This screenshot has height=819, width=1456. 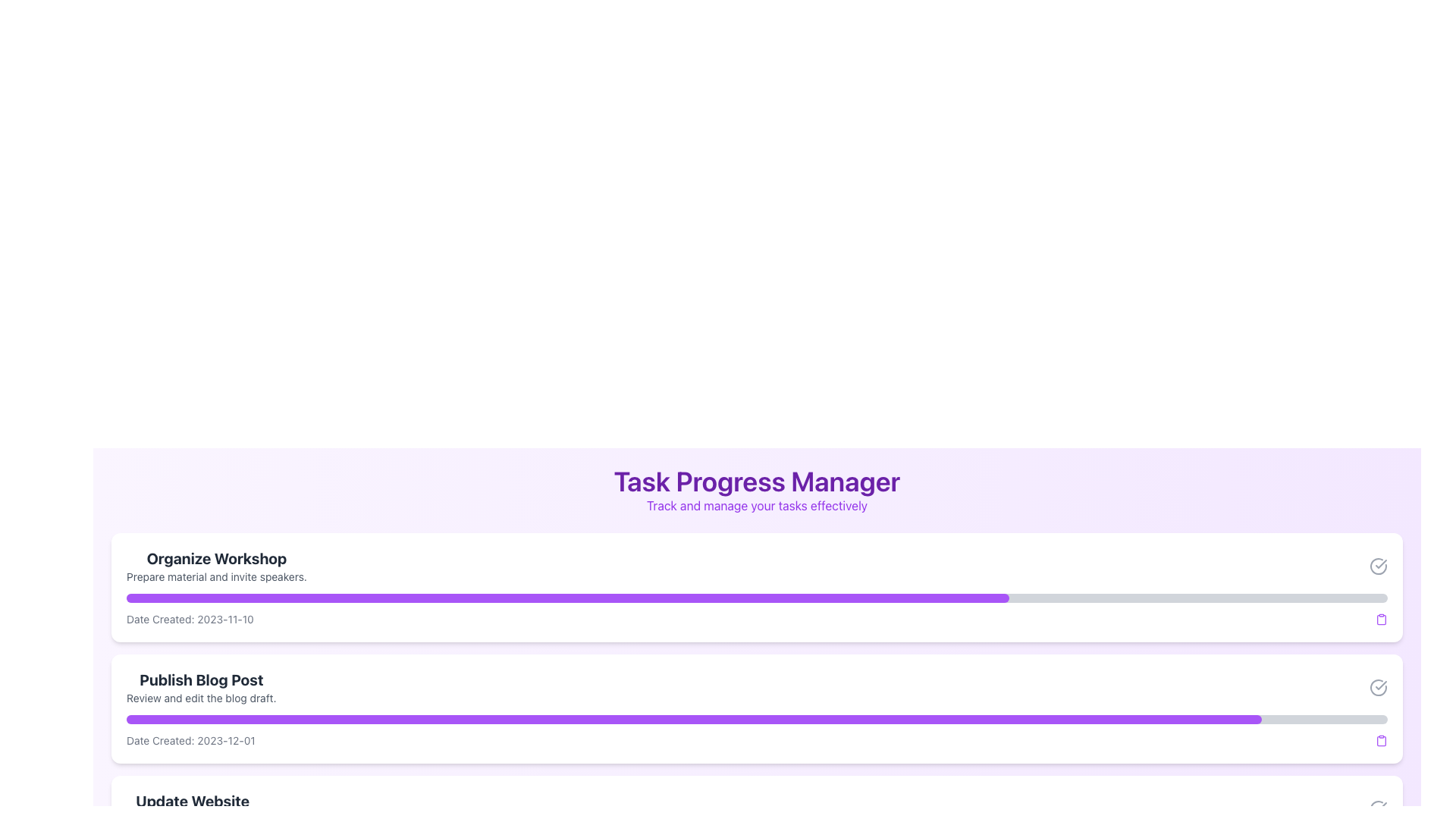 I want to click on the icon located at the rightmost part of the 'Publish Blog Post' task card, so click(x=1382, y=739).